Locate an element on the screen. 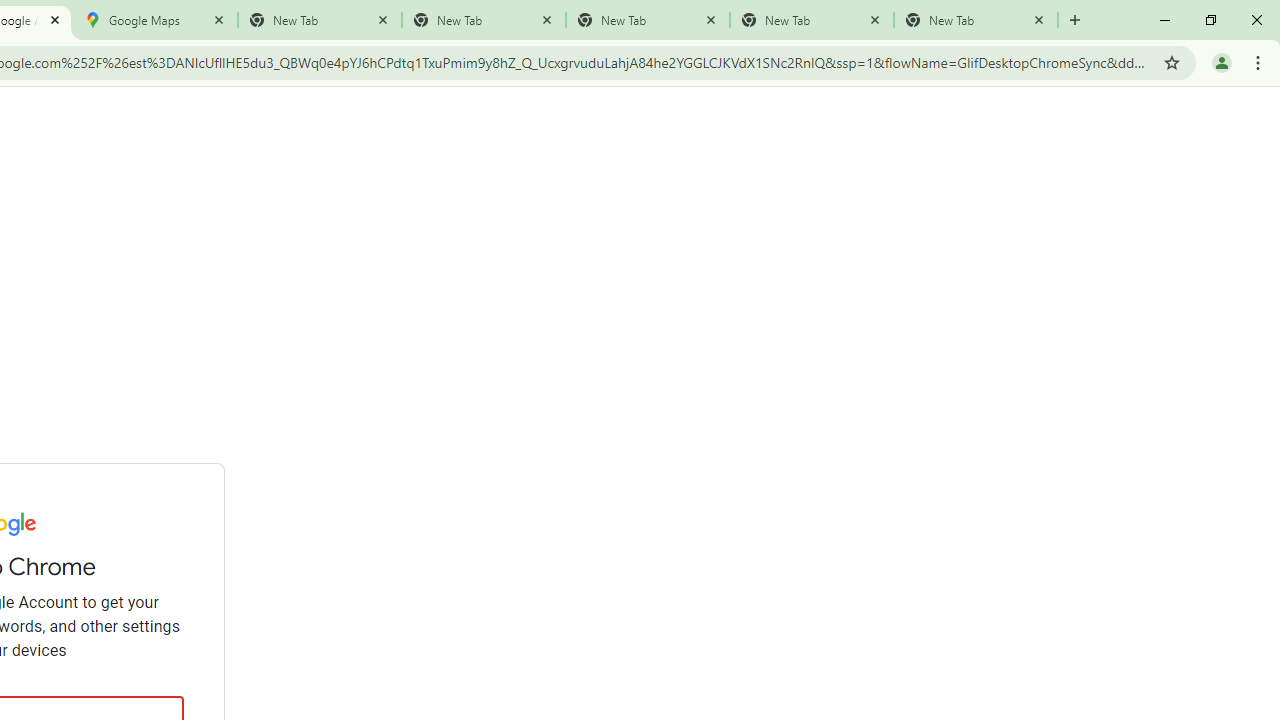 The image size is (1280, 720). 'Restore' is located at coordinates (1209, 20).